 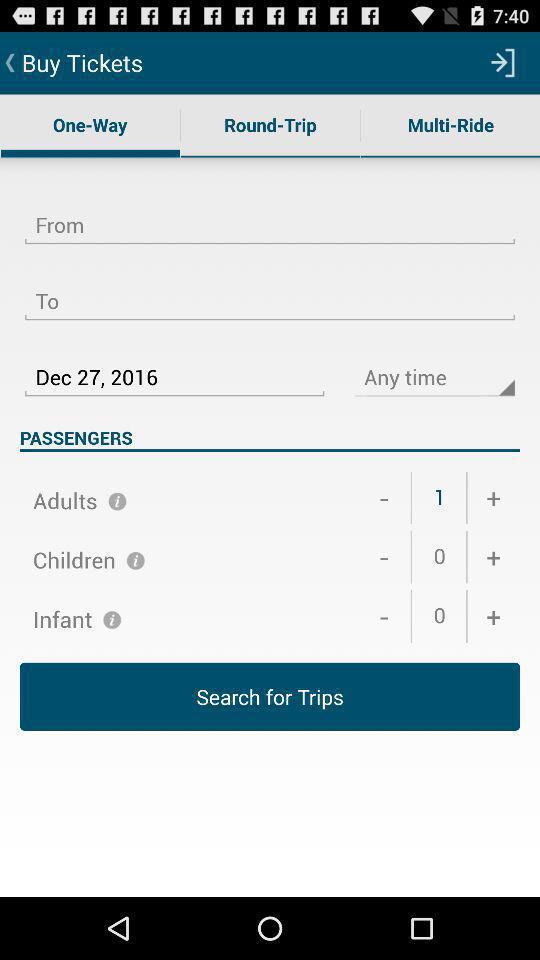 What do you see at coordinates (384, 557) in the screenshot?
I see `the item above the 0 item` at bounding box center [384, 557].